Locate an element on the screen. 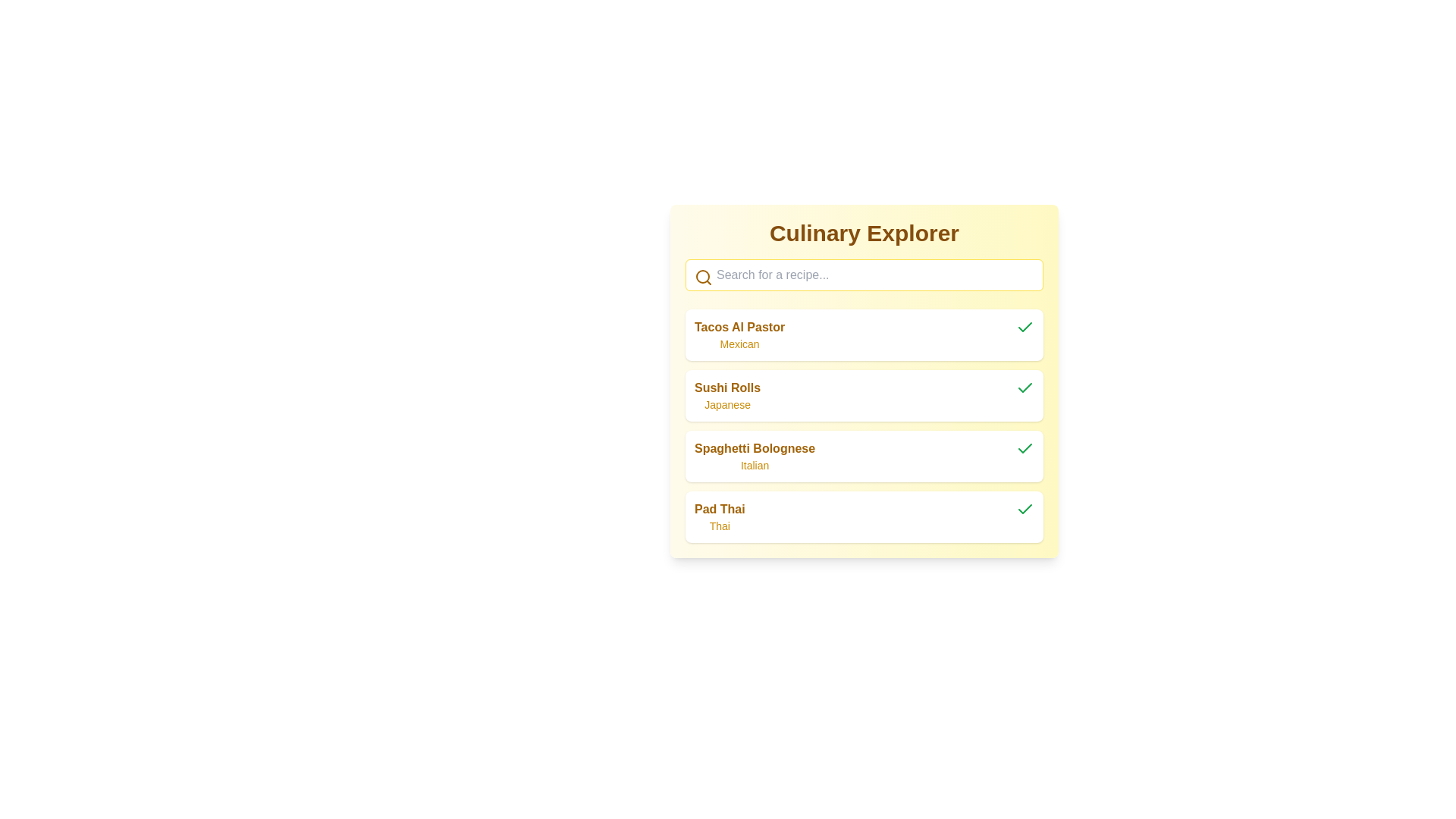 Image resolution: width=1456 pixels, height=819 pixels. the third item in the list labeled 'Spaghetti Bolognese' within the yellow box 'Culinary Explorer' is located at coordinates (864, 455).